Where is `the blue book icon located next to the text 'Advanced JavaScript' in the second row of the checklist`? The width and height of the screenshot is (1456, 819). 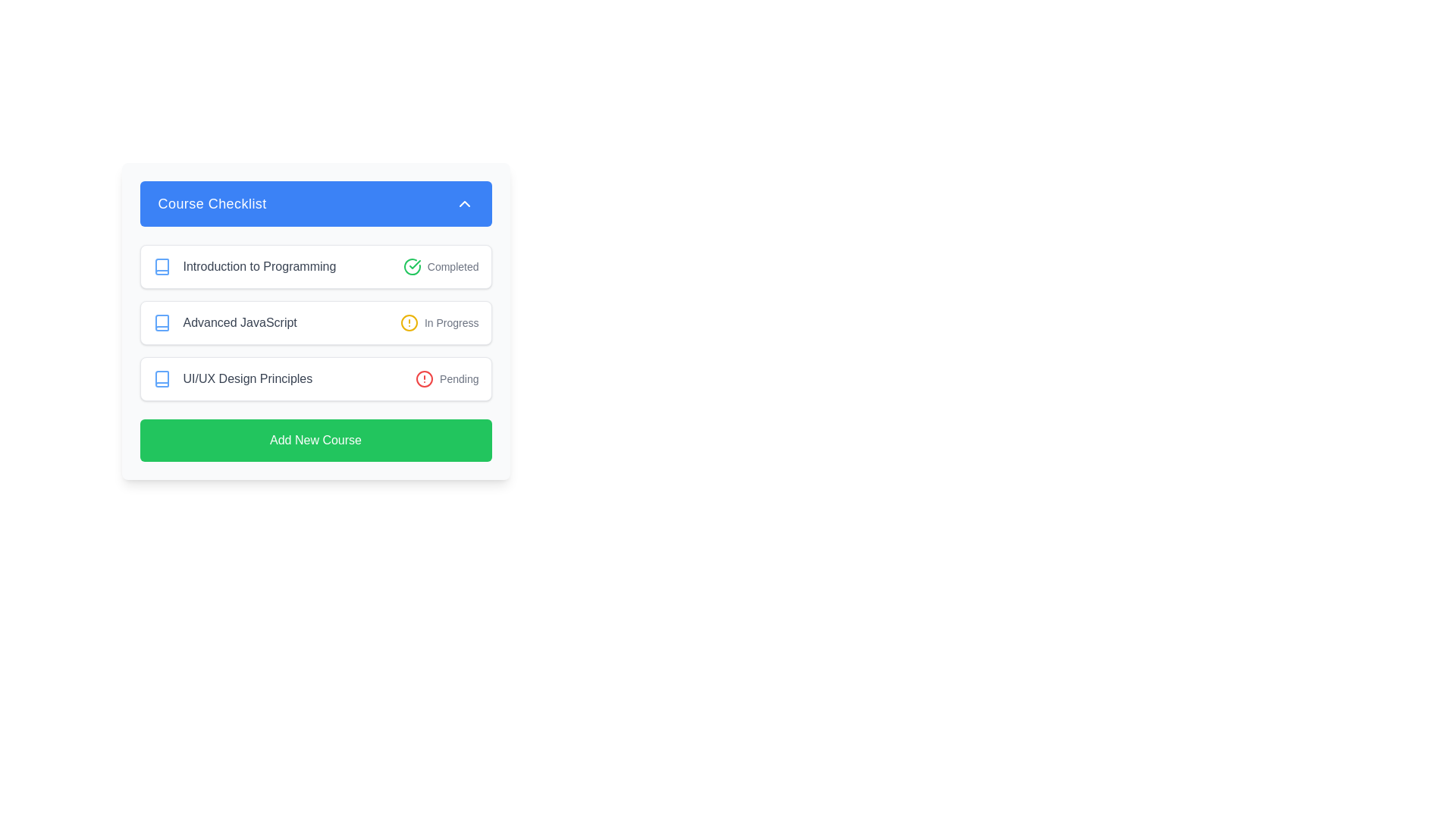 the blue book icon located next to the text 'Advanced JavaScript' in the second row of the checklist is located at coordinates (162, 322).